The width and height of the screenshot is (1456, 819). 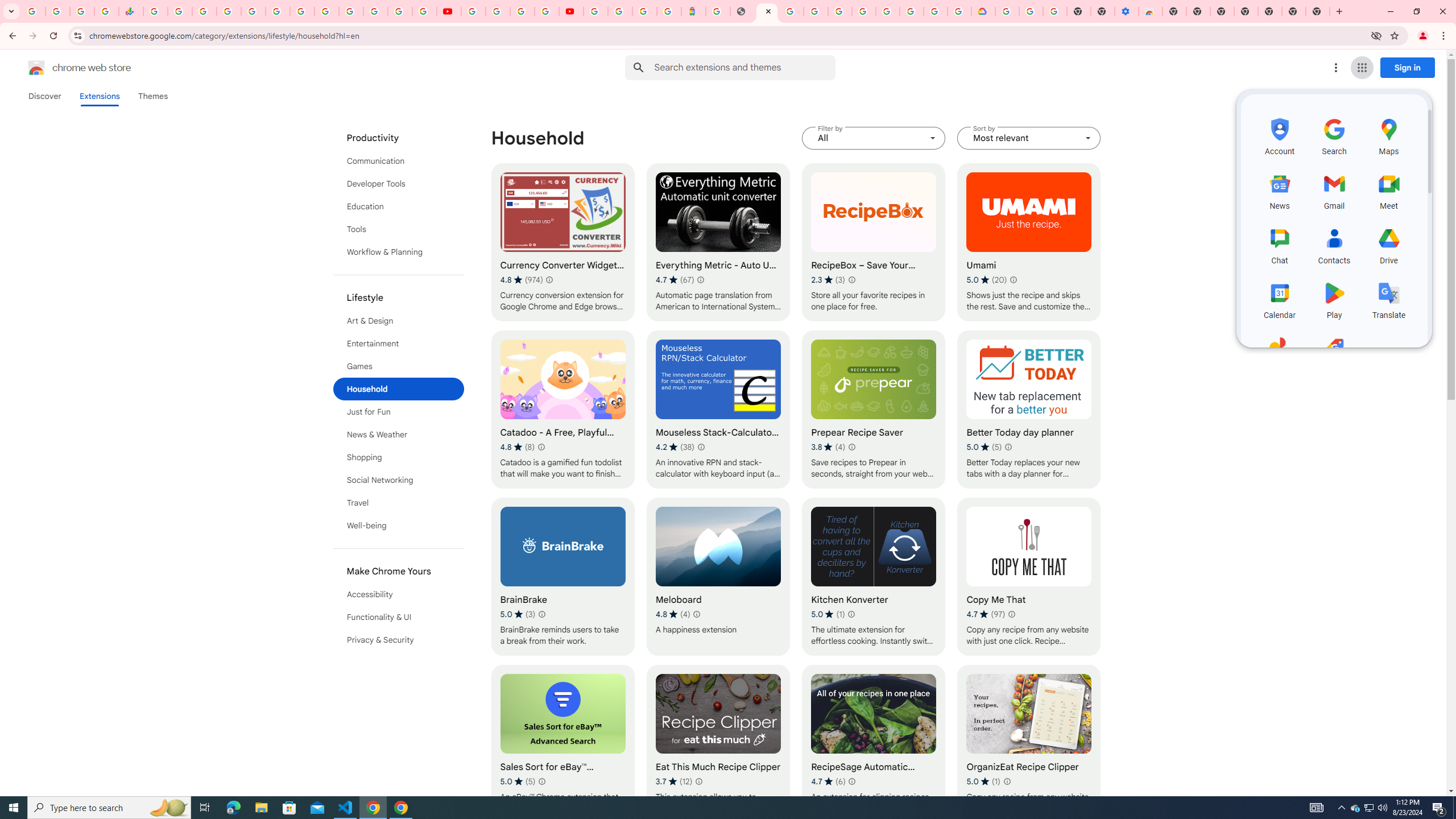 What do you see at coordinates (227, 11) in the screenshot?
I see `'Sign in - Google Accounts'` at bounding box center [227, 11].